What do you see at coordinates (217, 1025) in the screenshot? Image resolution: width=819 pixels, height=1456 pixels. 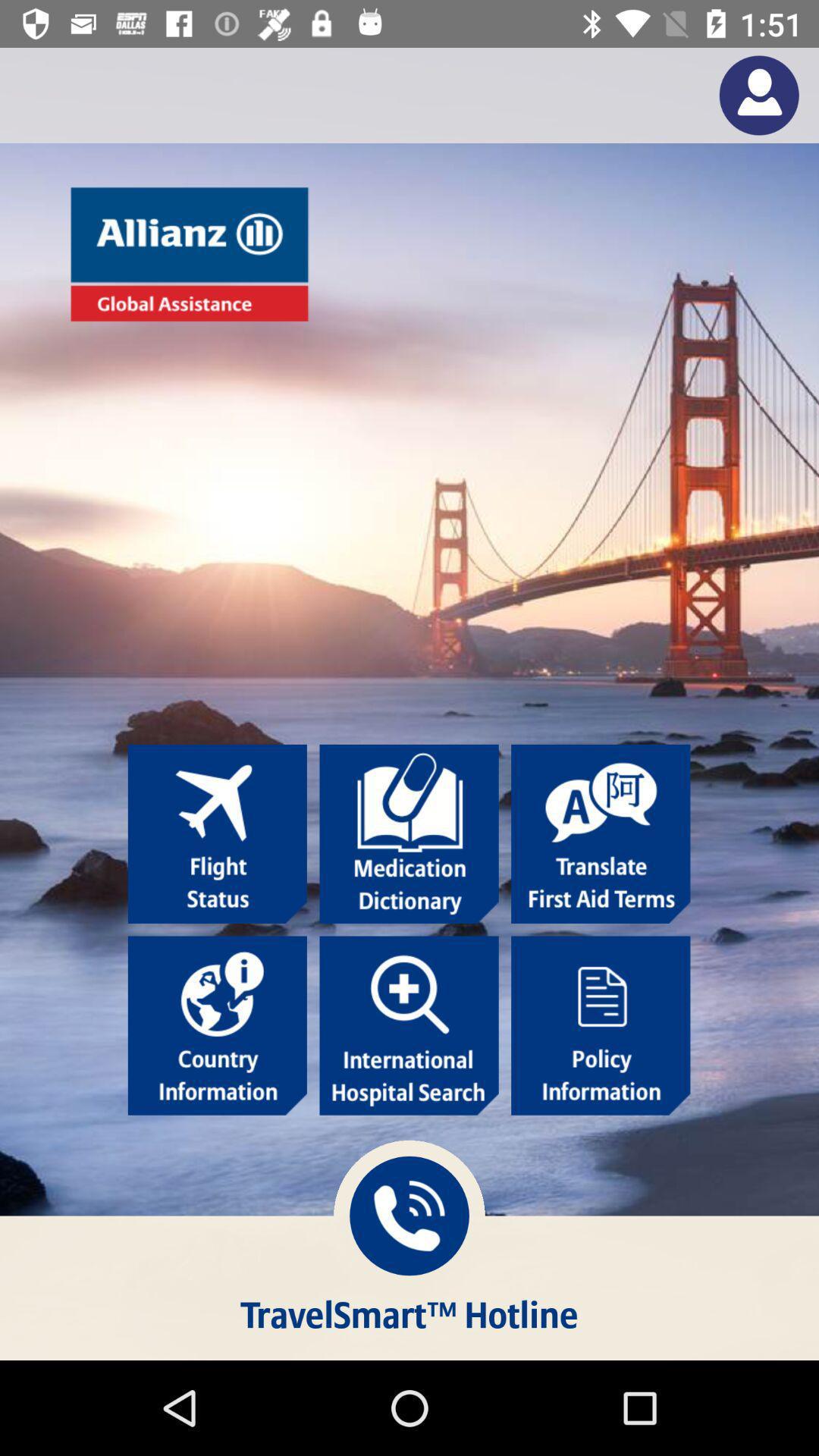 I see `click country information` at bounding box center [217, 1025].